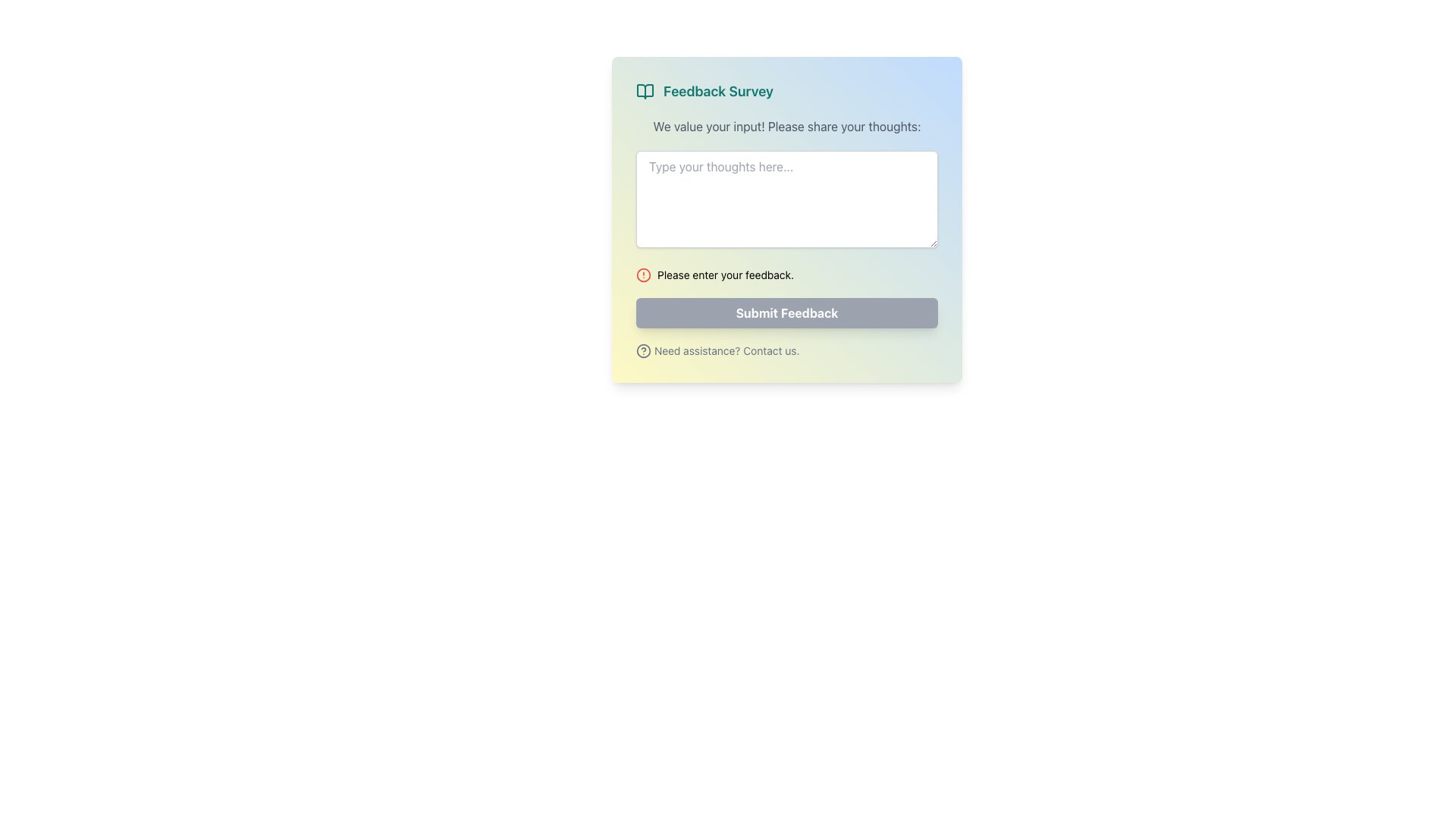 This screenshot has height=819, width=1456. What do you see at coordinates (644, 350) in the screenshot?
I see `the help icon that accompanies the text 'Need assistance? Contact us.' located at the bottom of the interface, beneath the 'Submit Feedback' button` at bounding box center [644, 350].